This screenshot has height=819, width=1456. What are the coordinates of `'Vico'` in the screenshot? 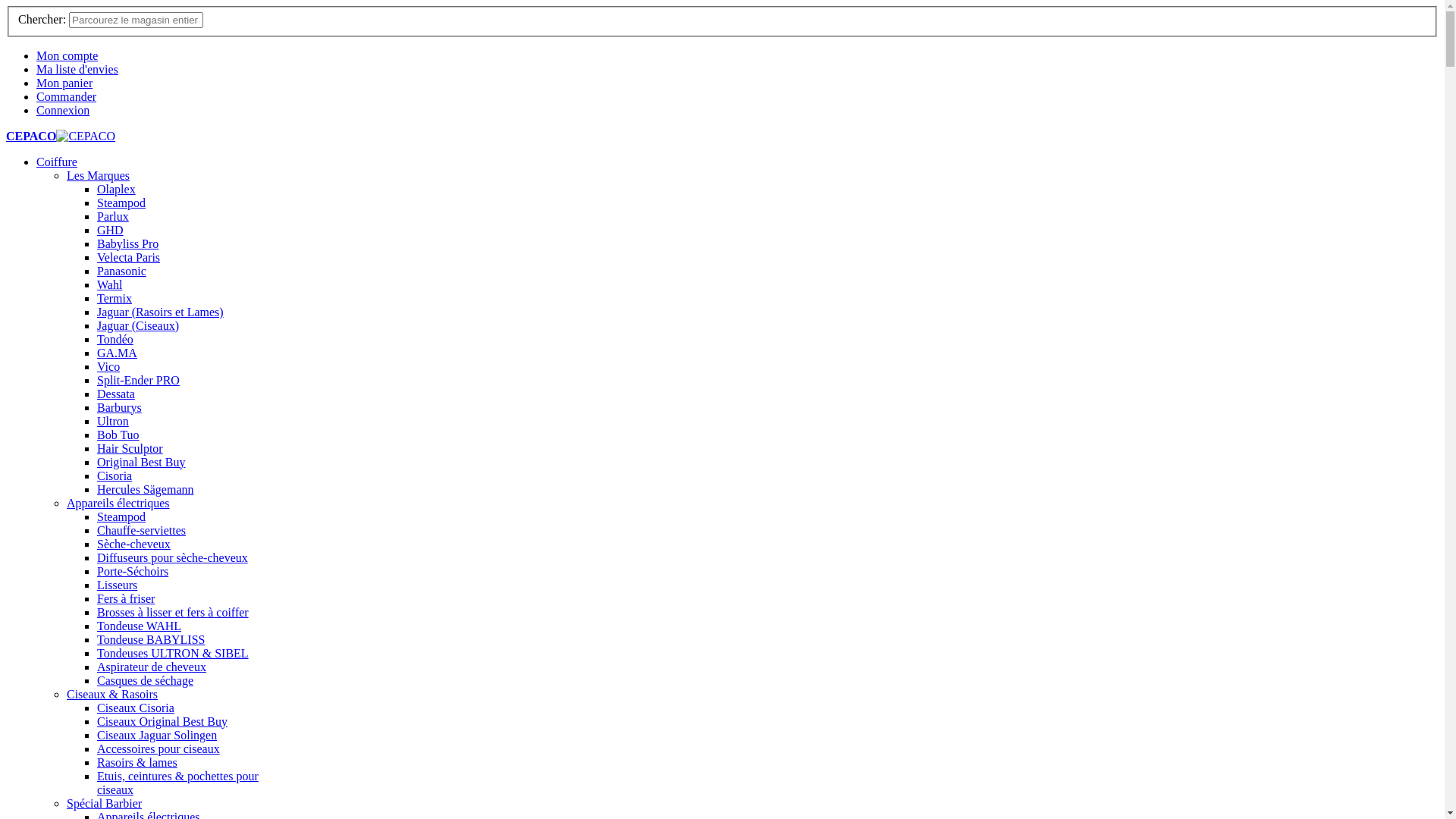 It's located at (108, 366).